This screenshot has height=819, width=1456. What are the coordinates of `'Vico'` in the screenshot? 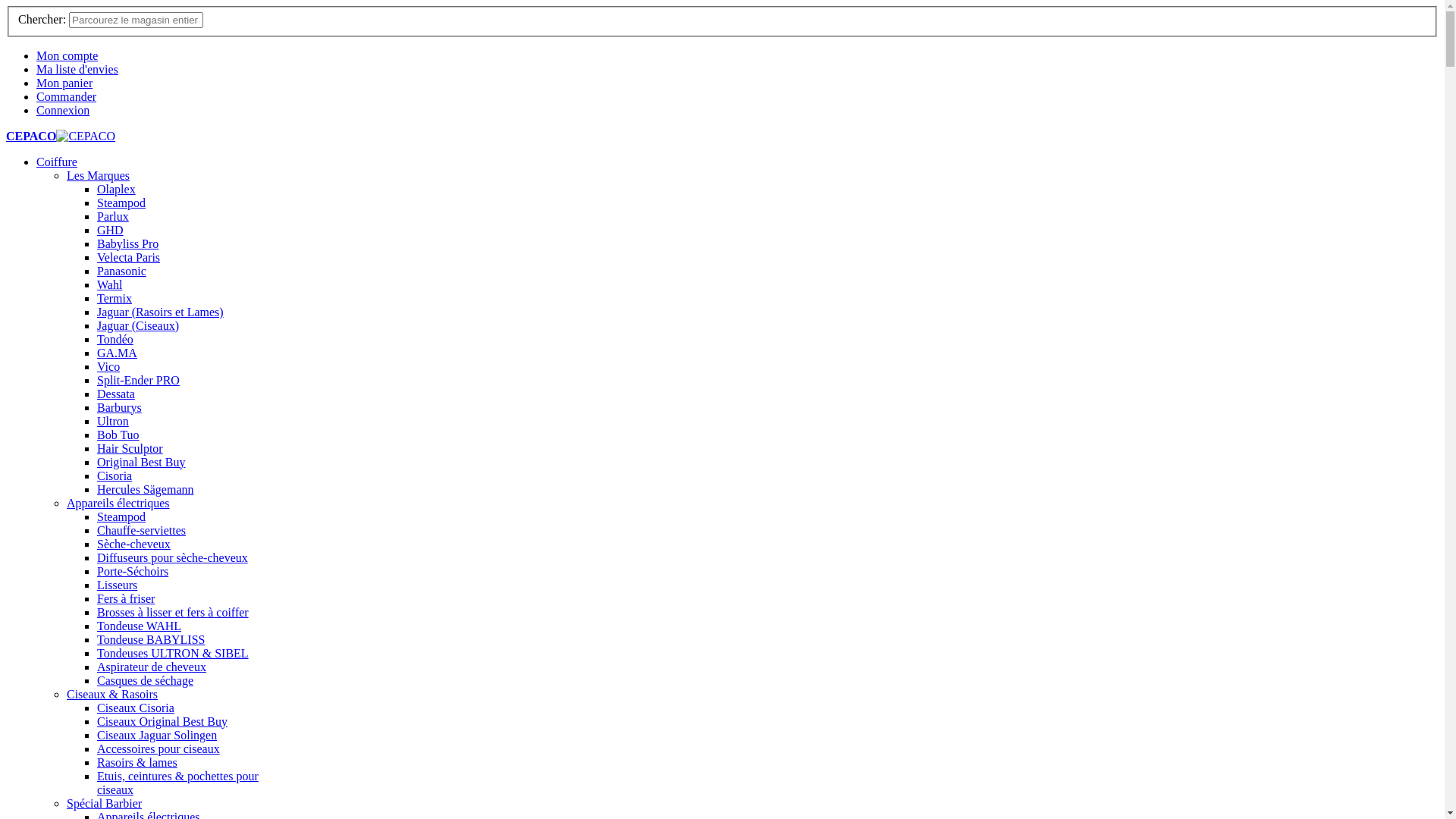 It's located at (108, 366).